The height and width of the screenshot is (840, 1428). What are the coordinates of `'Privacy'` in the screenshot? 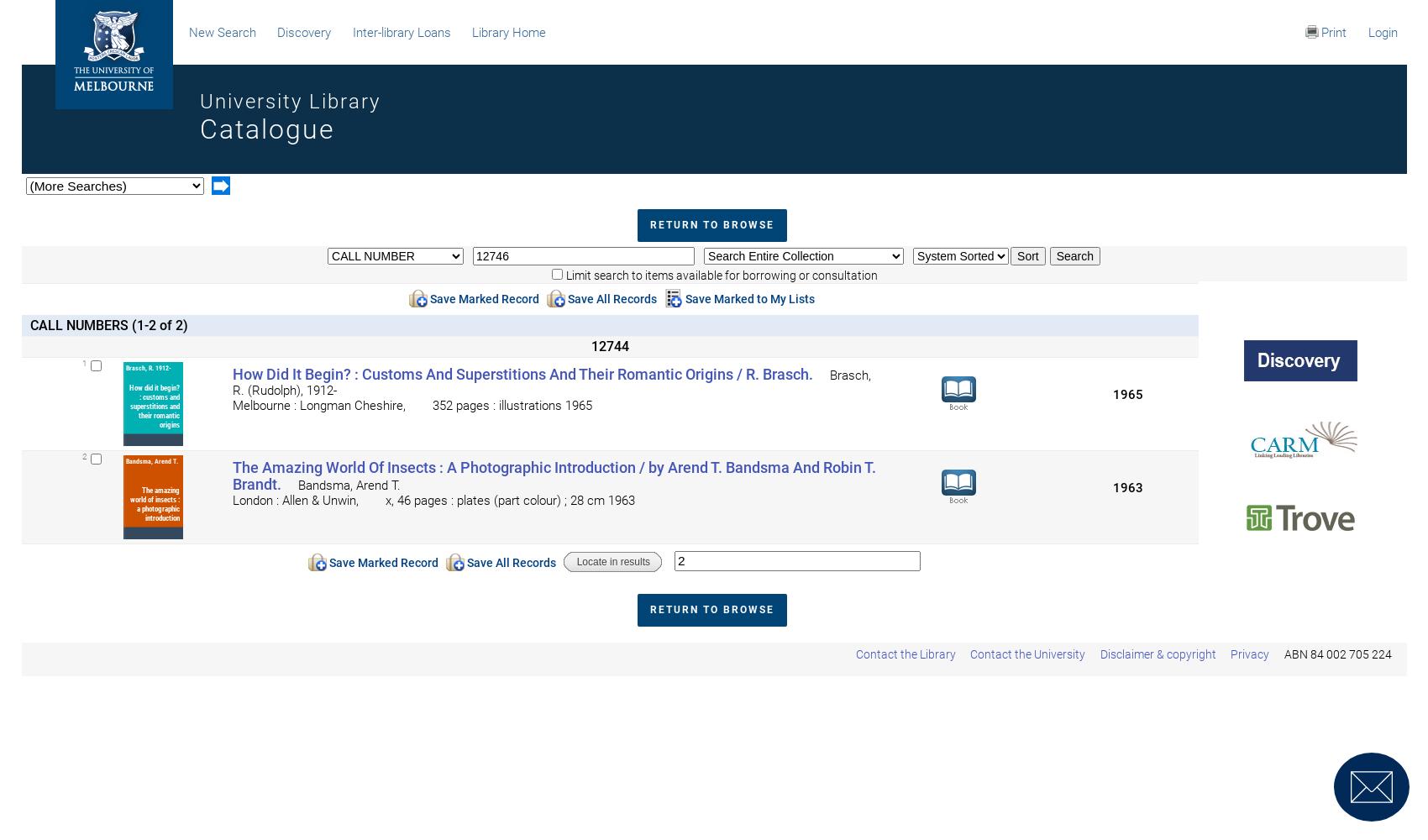 It's located at (1250, 654).